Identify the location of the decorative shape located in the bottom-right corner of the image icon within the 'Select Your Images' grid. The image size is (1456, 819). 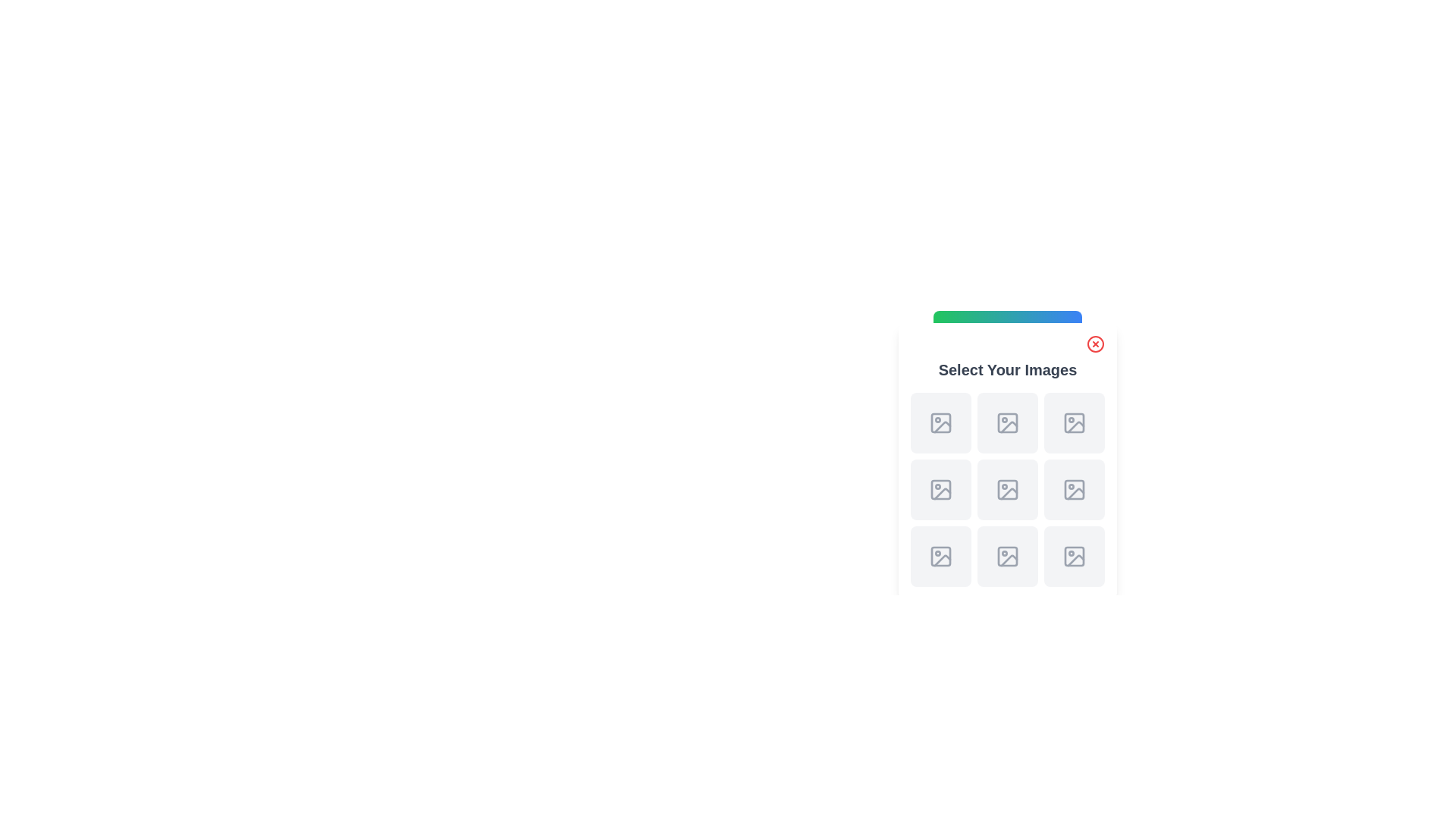
(940, 556).